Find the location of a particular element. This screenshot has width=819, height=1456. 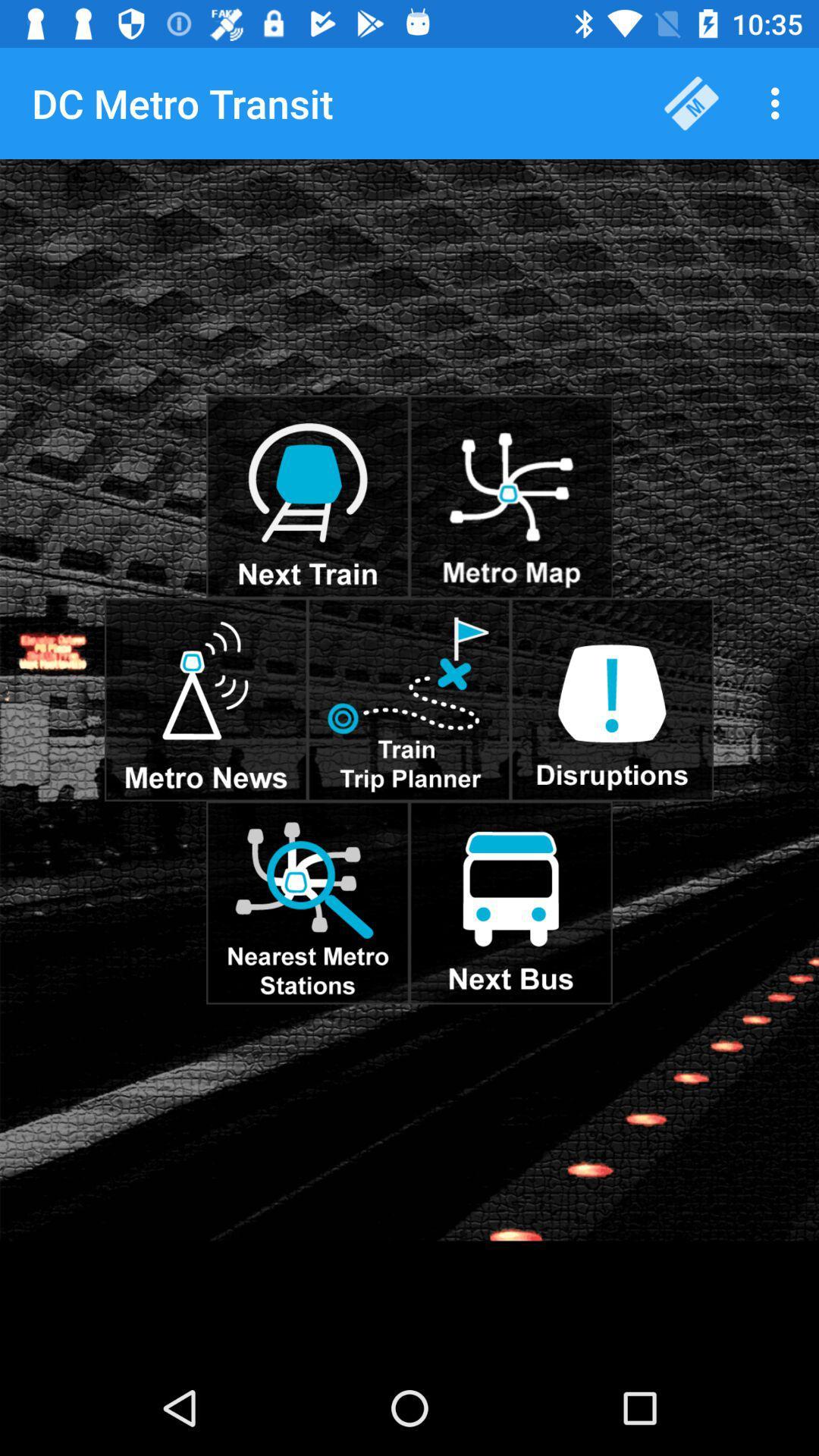

the item below dc metro transit item is located at coordinates (42, 202).